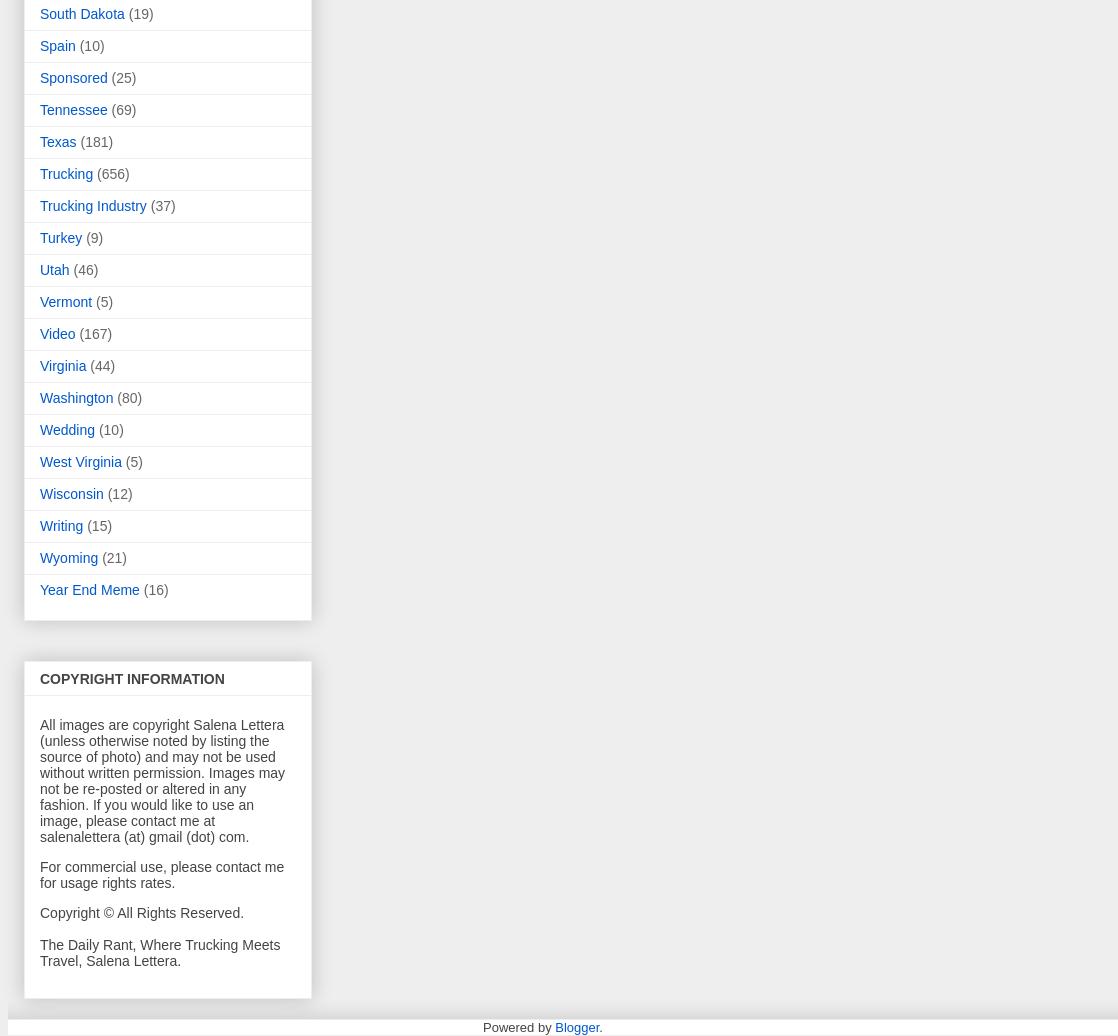  Describe the element at coordinates (123, 110) in the screenshot. I see `'(69)'` at that location.